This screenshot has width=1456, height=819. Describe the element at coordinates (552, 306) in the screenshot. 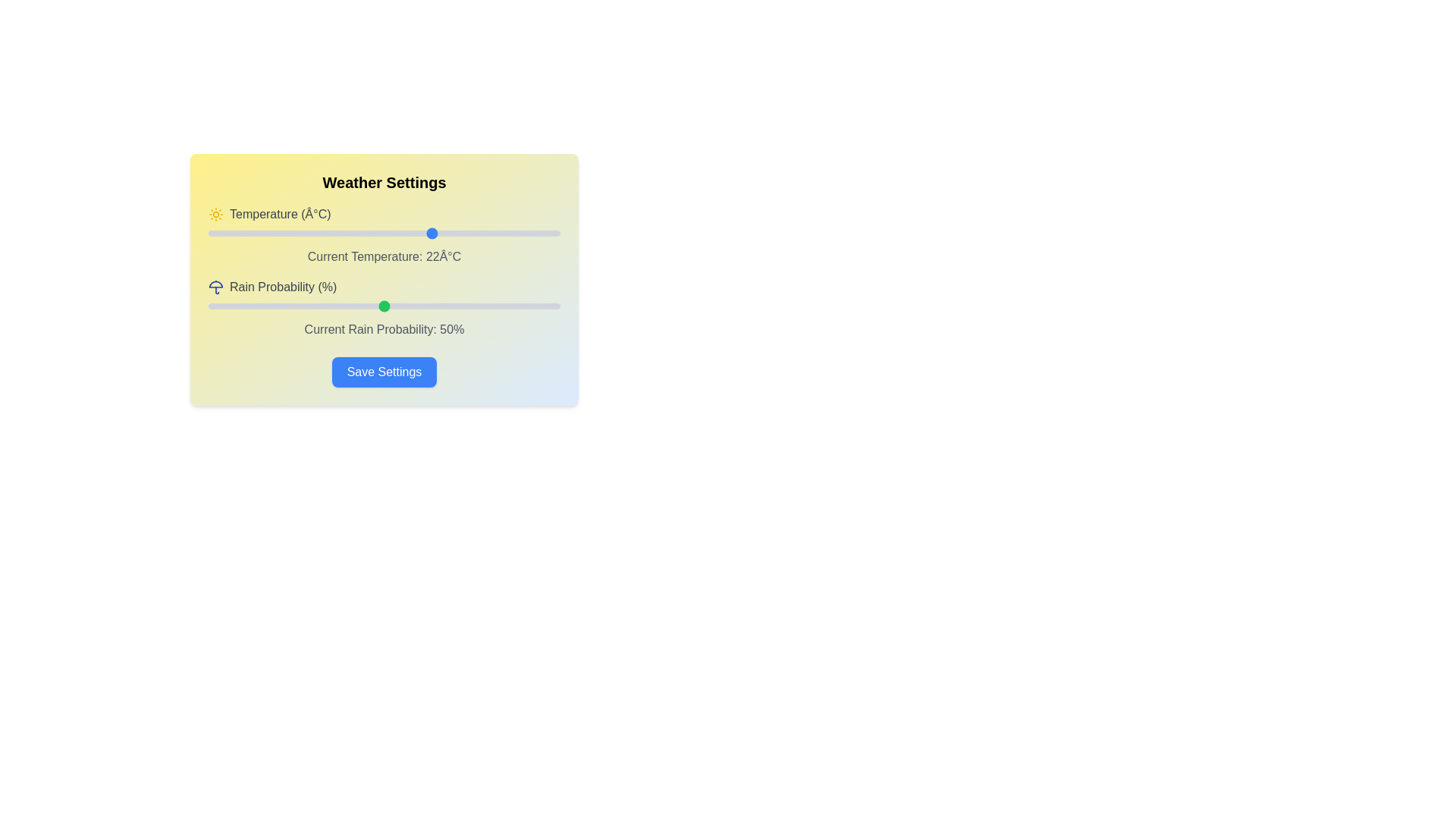

I see `the rain probability slider to 98%` at that location.